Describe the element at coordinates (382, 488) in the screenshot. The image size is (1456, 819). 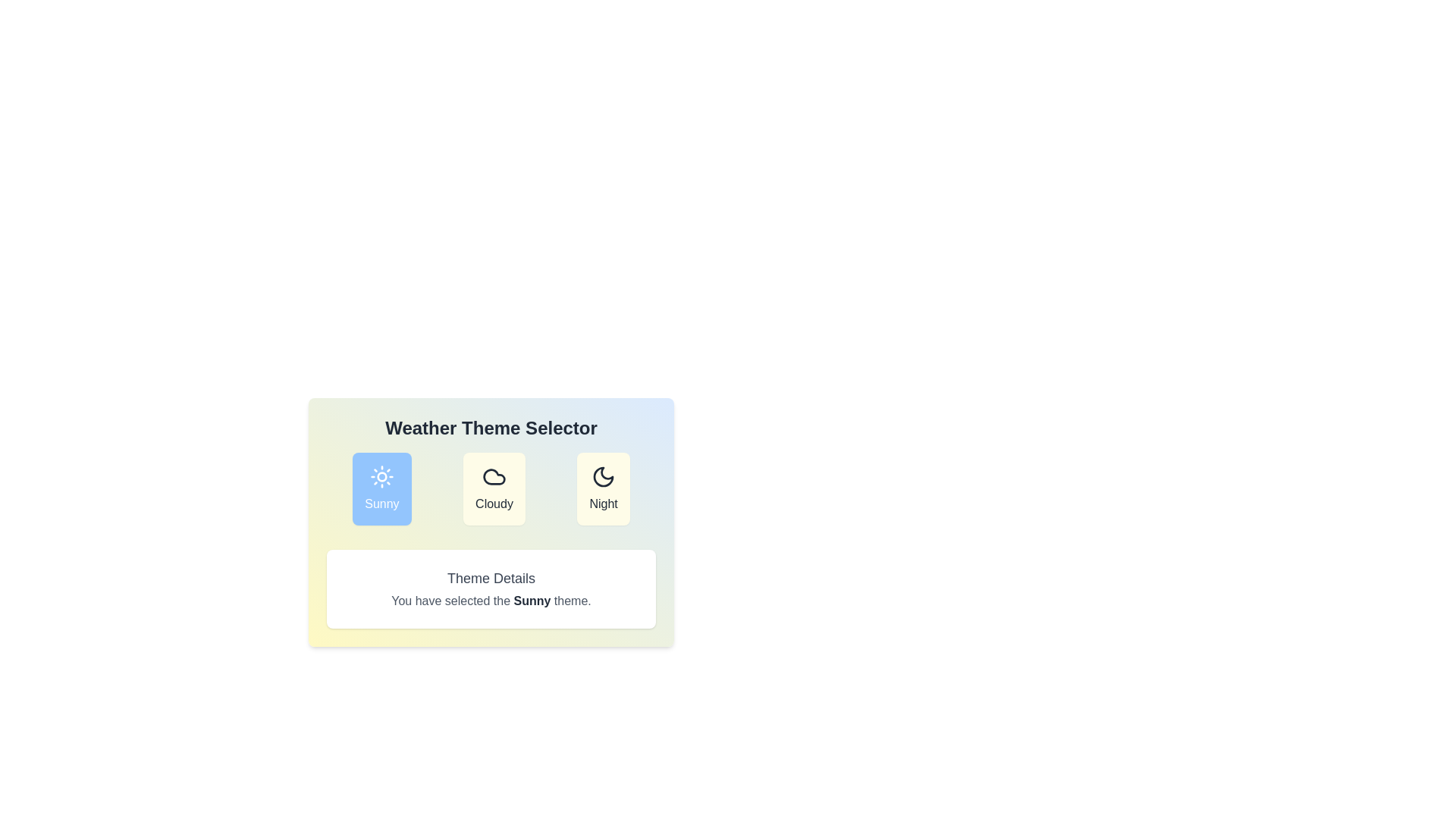
I see `the button corresponding to the selected theme: Sunny` at that location.